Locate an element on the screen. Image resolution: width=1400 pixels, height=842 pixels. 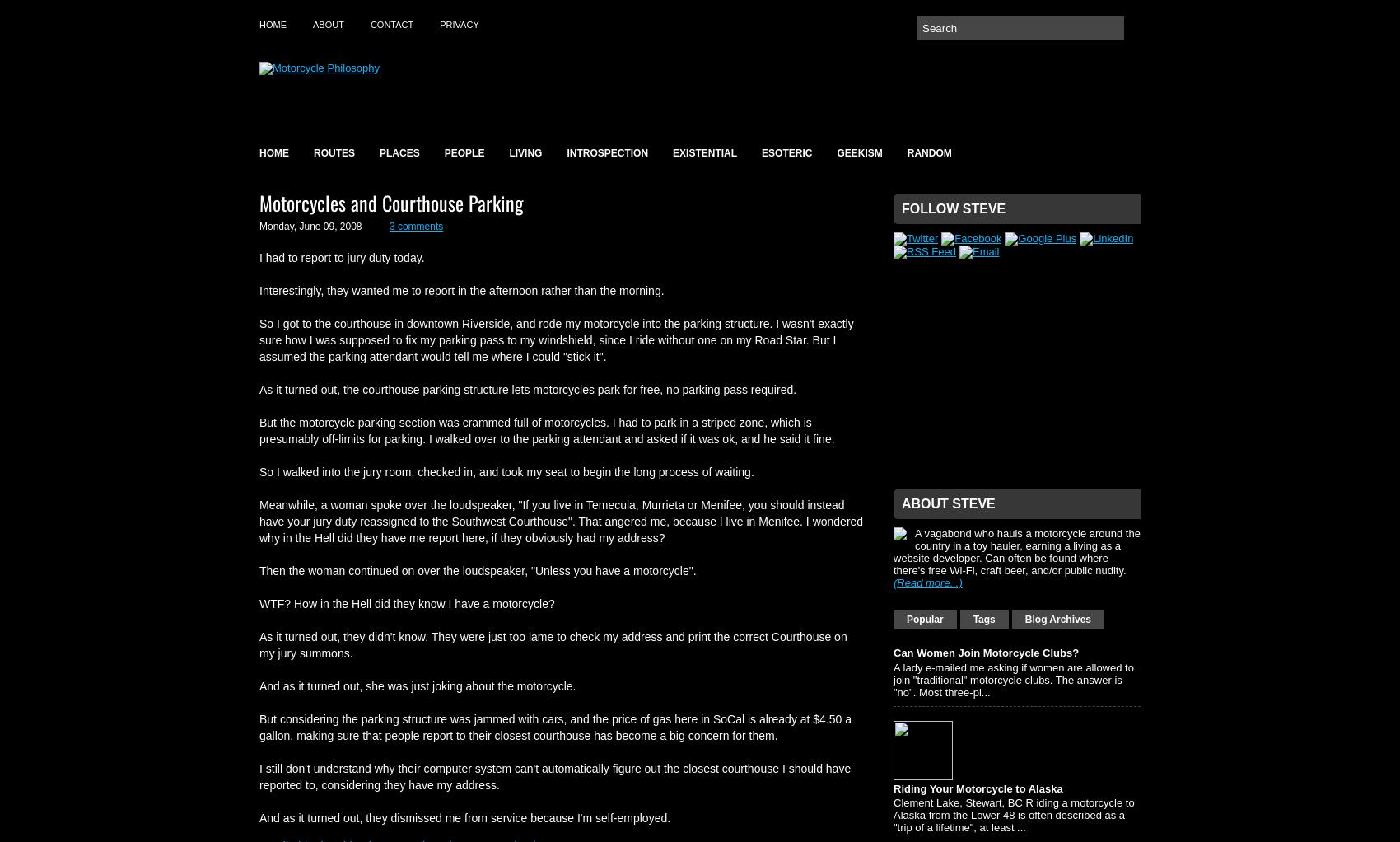
'Motorcycles and Courthouse Parking' is located at coordinates (391, 201).